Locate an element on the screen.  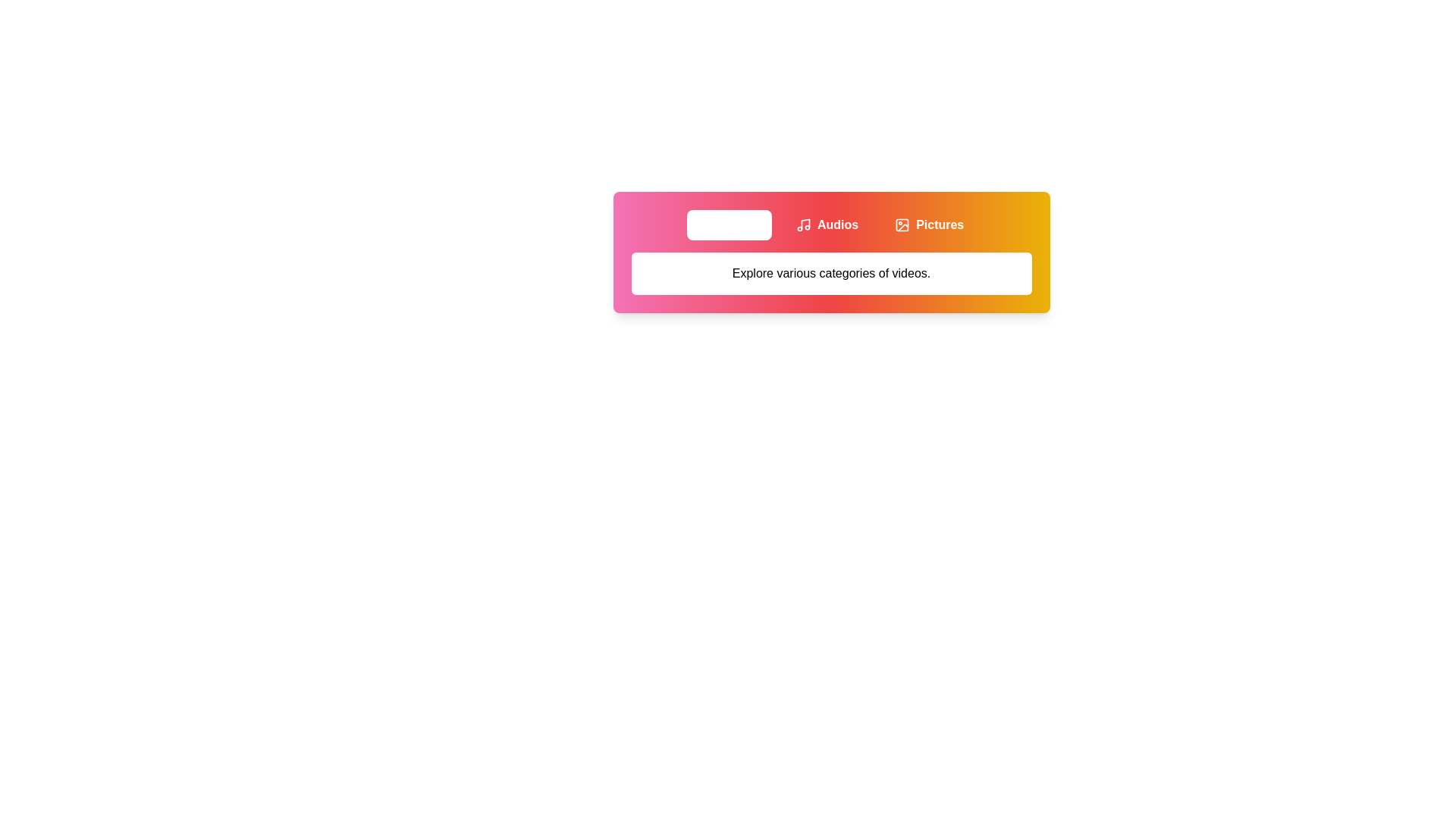
the Audios tab to view its content is located at coordinates (826, 225).